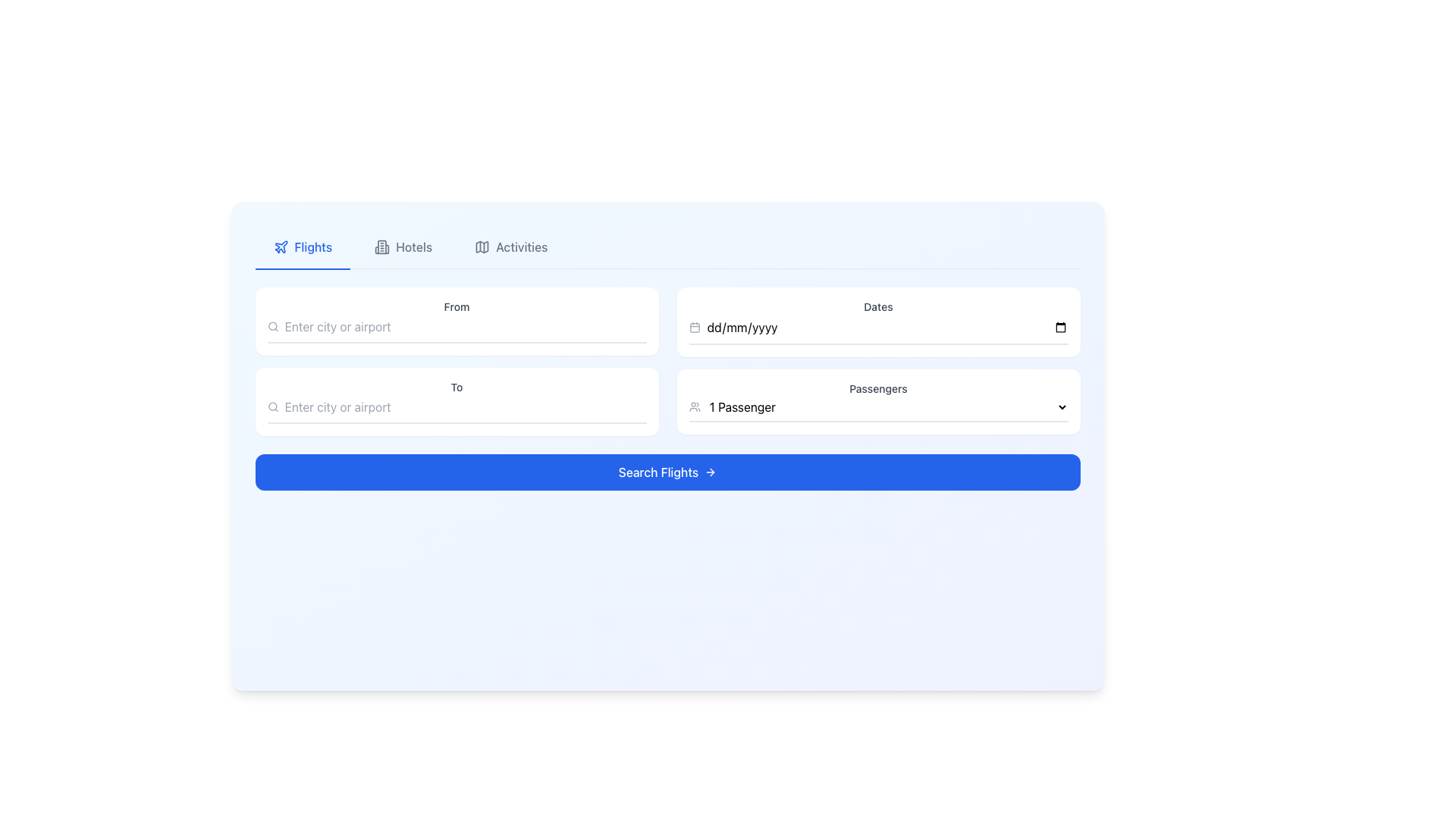 This screenshot has height=819, width=1456. What do you see at coordinates (414, 246) in the screenshot?
I see `the 'Hotels' label located in the navigation bar, which is styled with medium font weight and is the second text element in a sequence of clickable navigation options` at bounding box center [414, 246].